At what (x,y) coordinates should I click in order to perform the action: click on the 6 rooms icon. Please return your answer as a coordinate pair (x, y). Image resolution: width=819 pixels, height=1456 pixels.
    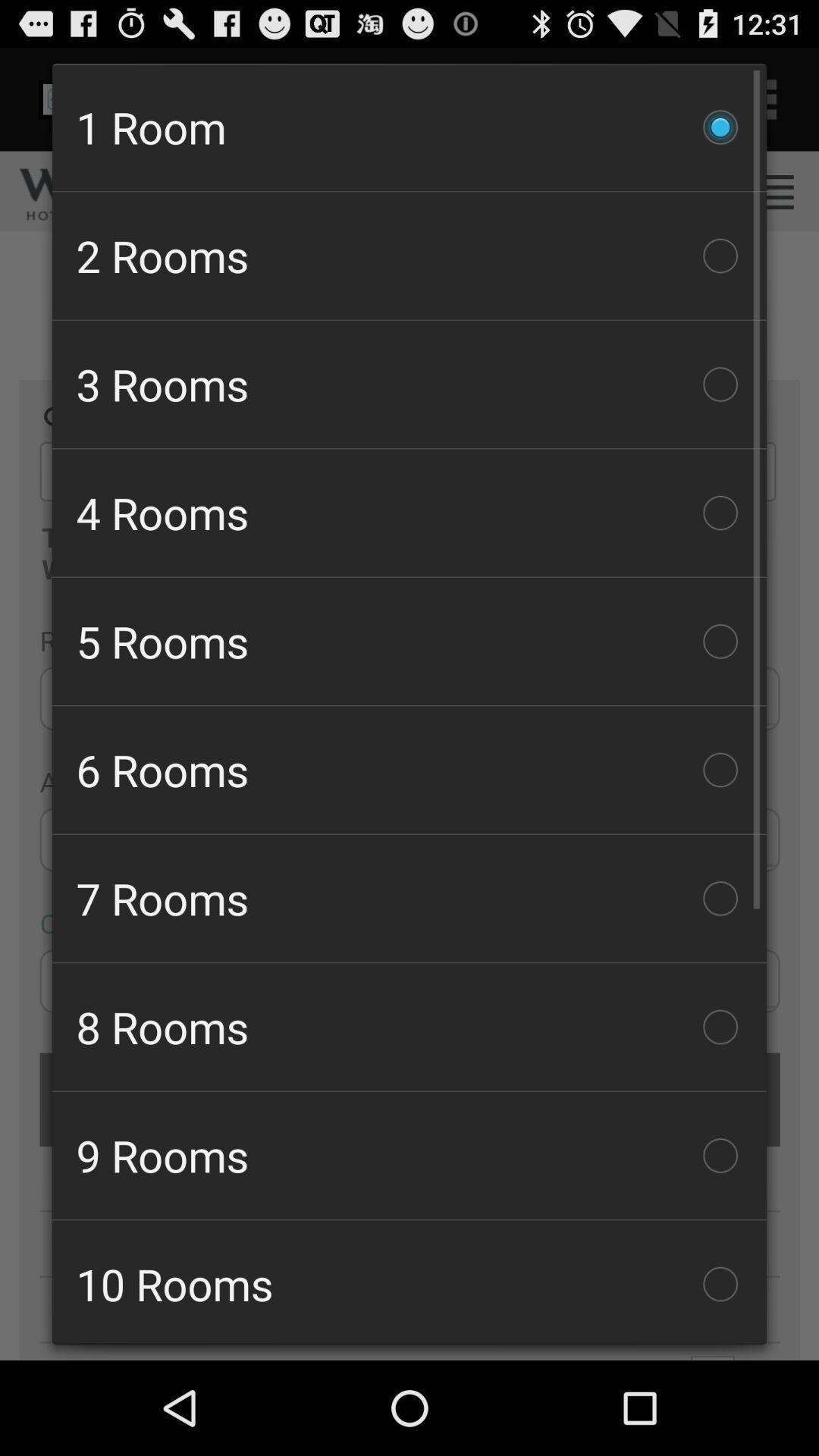
    Looking at the image, I should click on (409, 770).